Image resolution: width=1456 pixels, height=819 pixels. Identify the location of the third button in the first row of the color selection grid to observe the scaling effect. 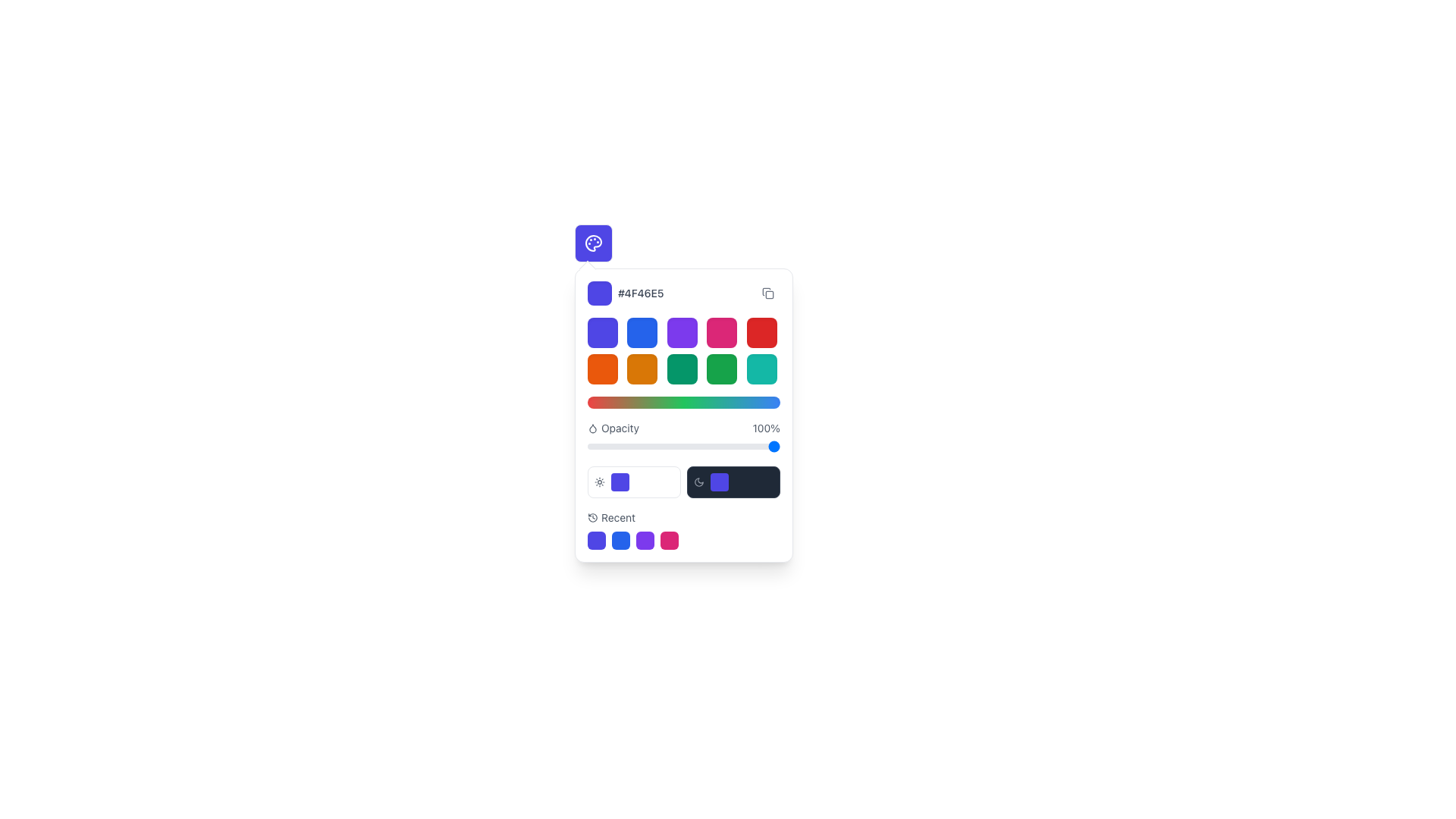
(681, 332).